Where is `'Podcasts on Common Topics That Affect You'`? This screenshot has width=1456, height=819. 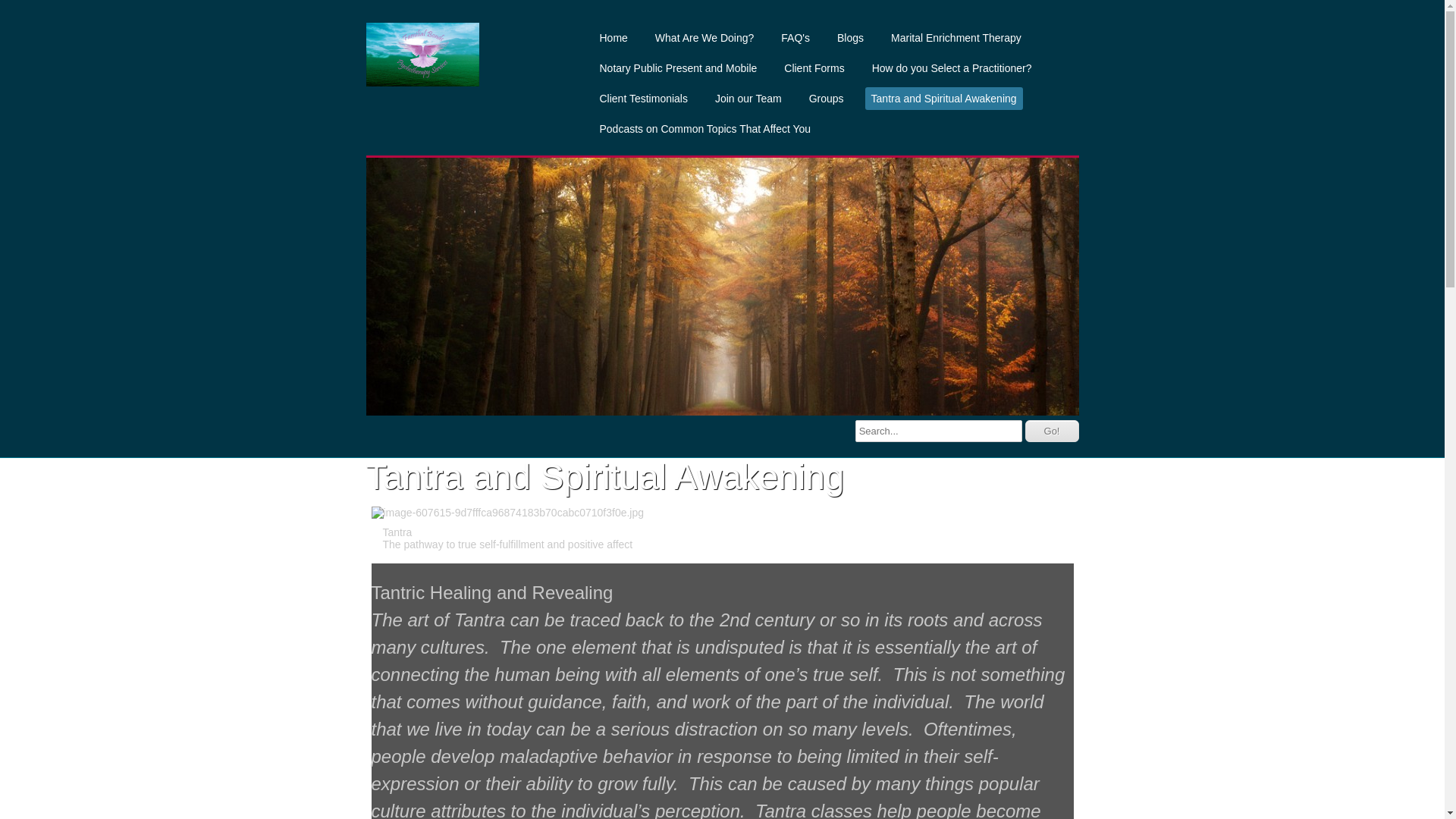
'Podcasts on Common Topics That Affect You' is located at coordinates (704, 127).